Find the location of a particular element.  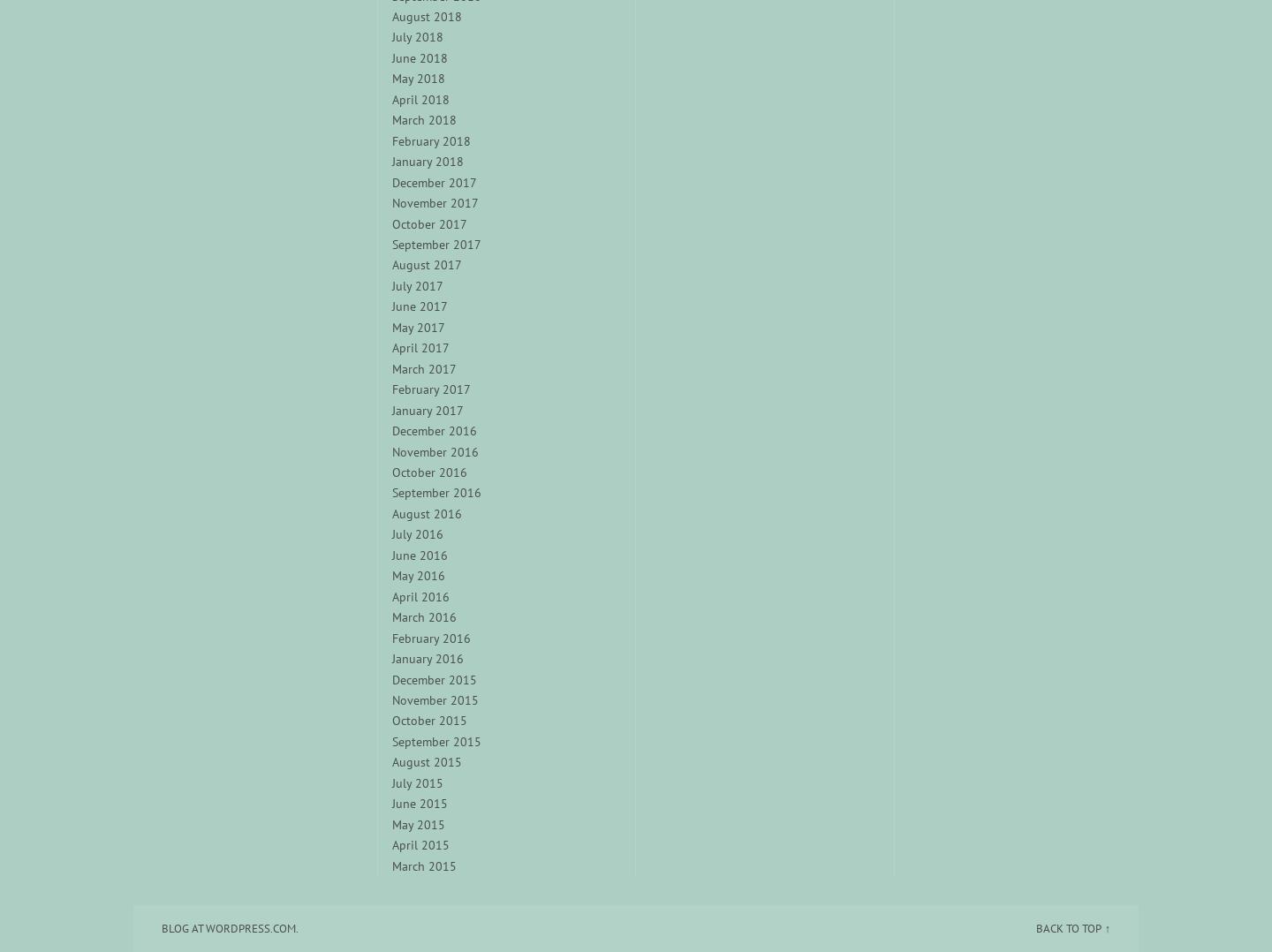

'May 2016' is located at coordinates (418, 574).